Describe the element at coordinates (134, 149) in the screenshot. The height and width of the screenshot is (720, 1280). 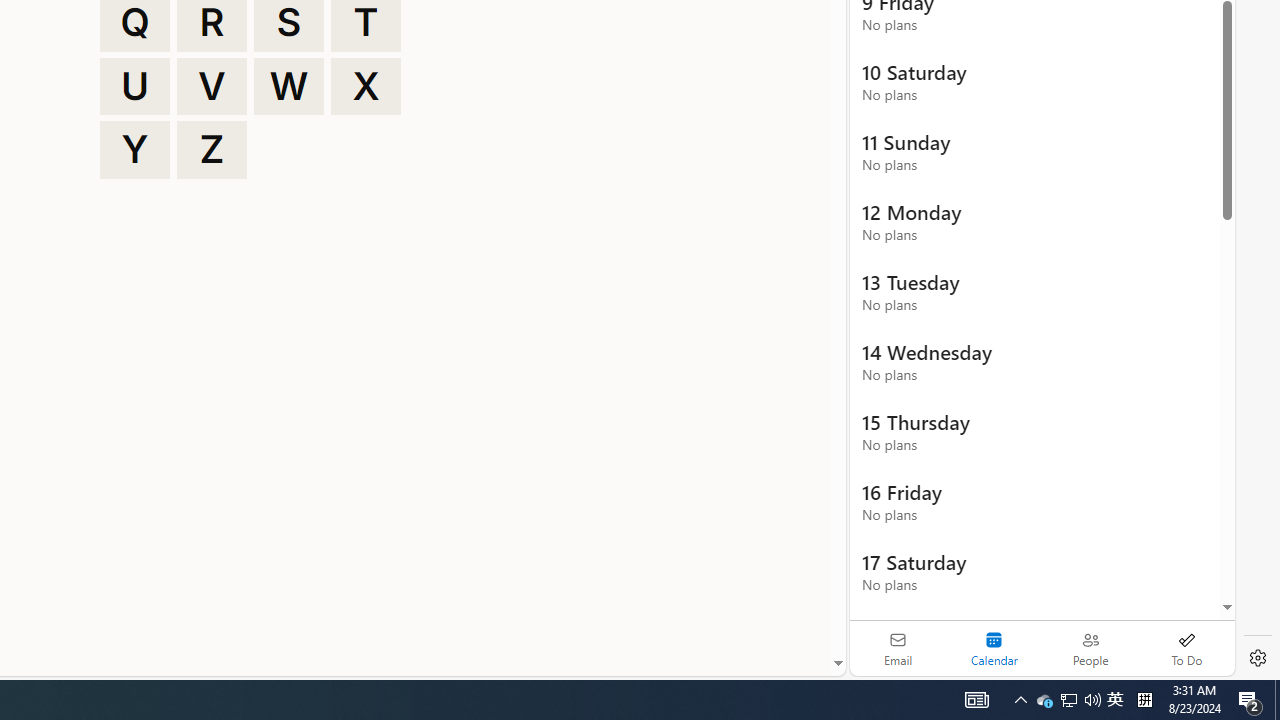
I see `'Y'` at that location.